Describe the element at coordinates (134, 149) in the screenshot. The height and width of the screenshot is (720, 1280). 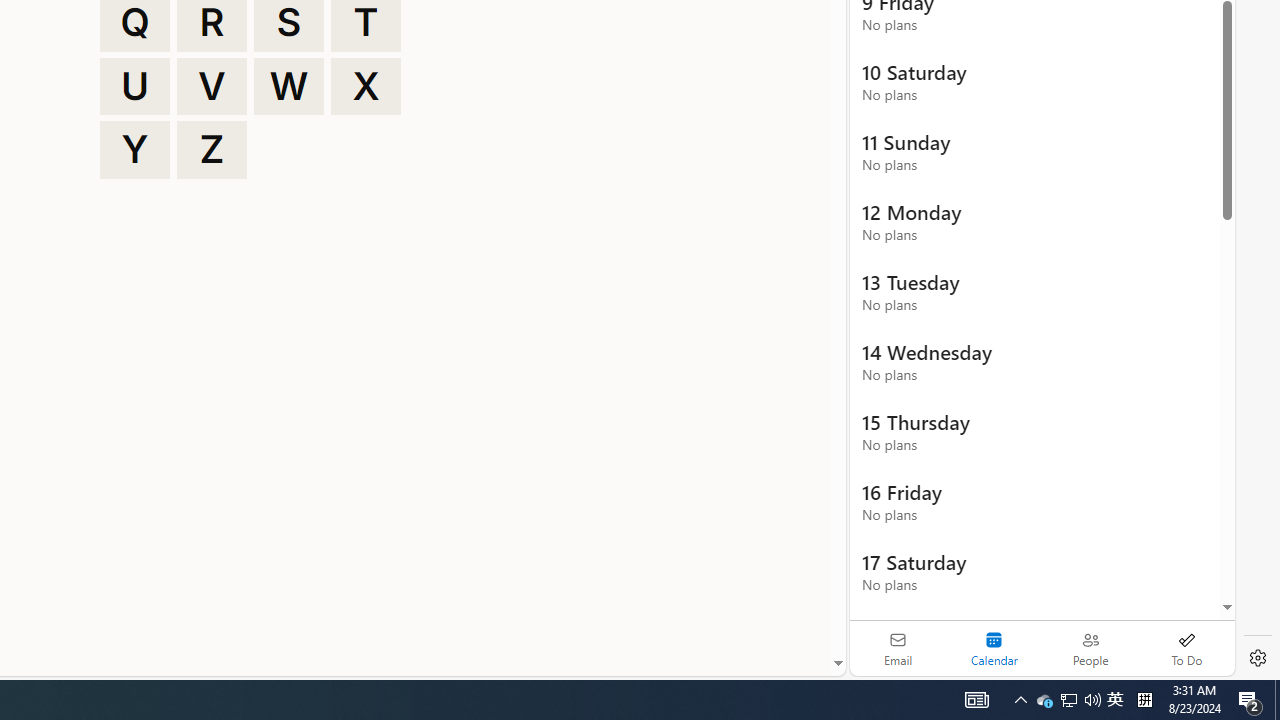
I see `'Y'` at that location.